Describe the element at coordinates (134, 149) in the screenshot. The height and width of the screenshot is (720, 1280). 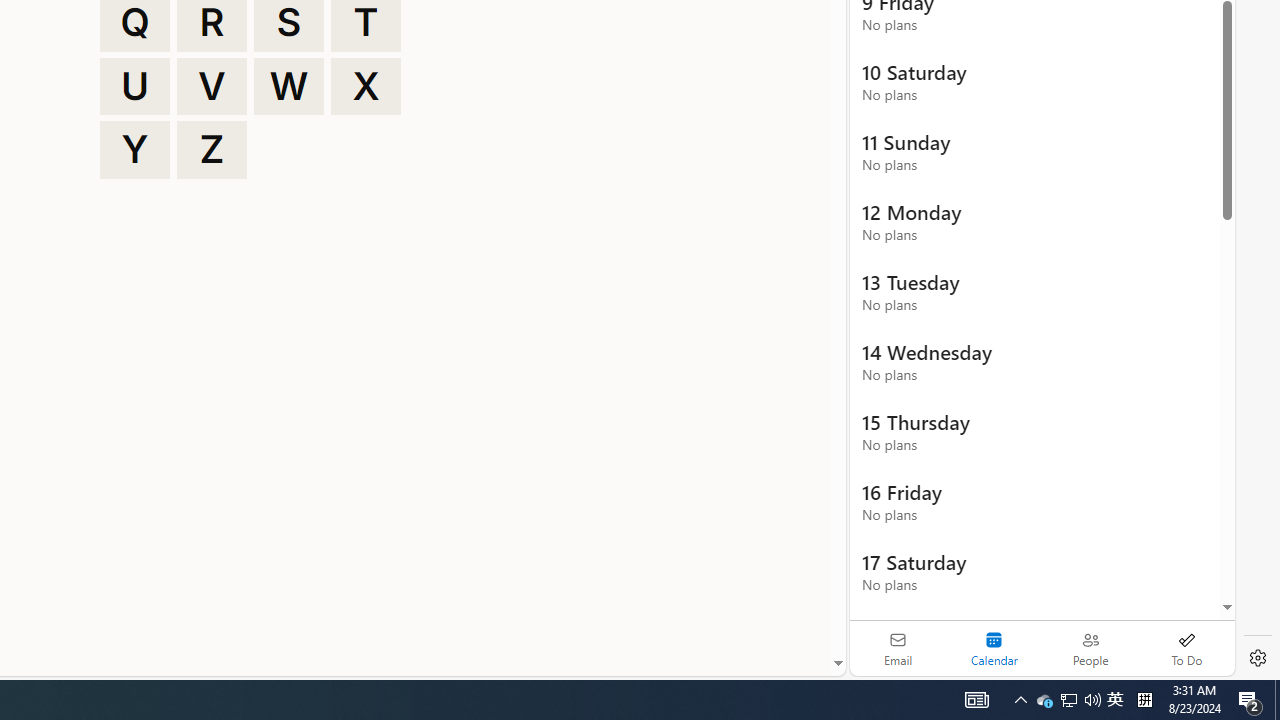
I see `'Y'` at that location.